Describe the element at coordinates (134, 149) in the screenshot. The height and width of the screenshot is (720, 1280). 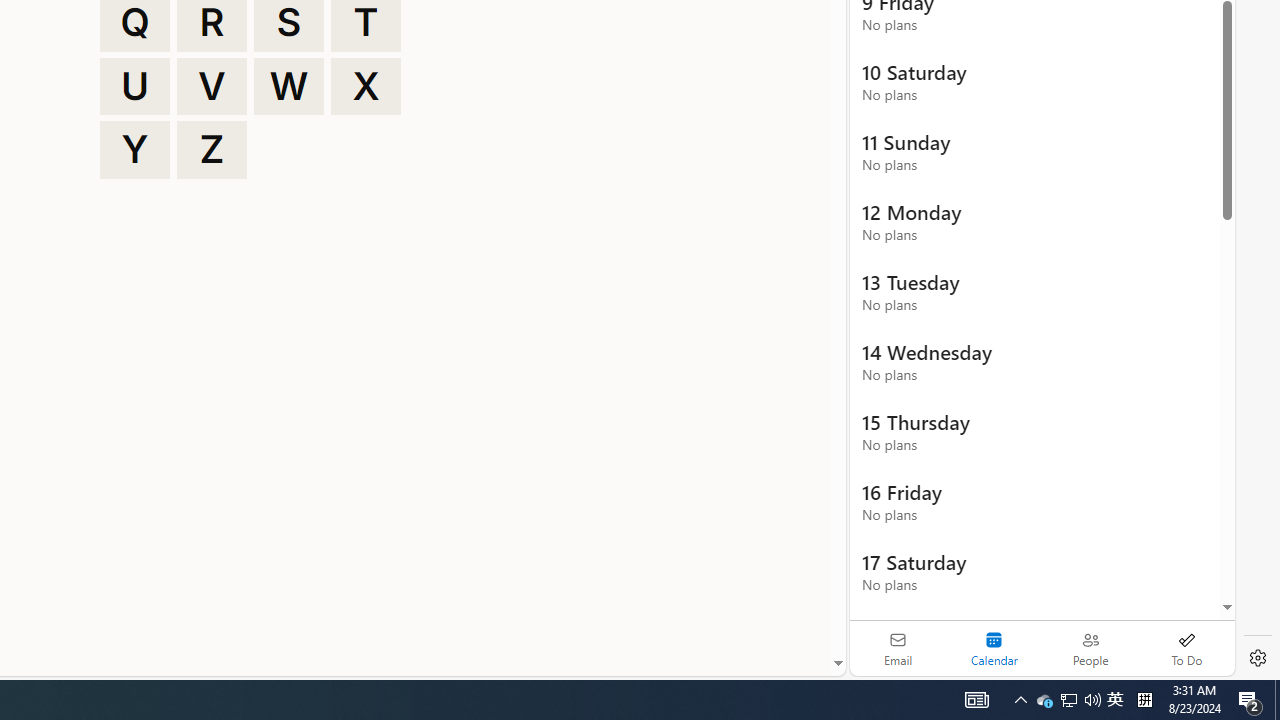
I see `'Y'` at that location.